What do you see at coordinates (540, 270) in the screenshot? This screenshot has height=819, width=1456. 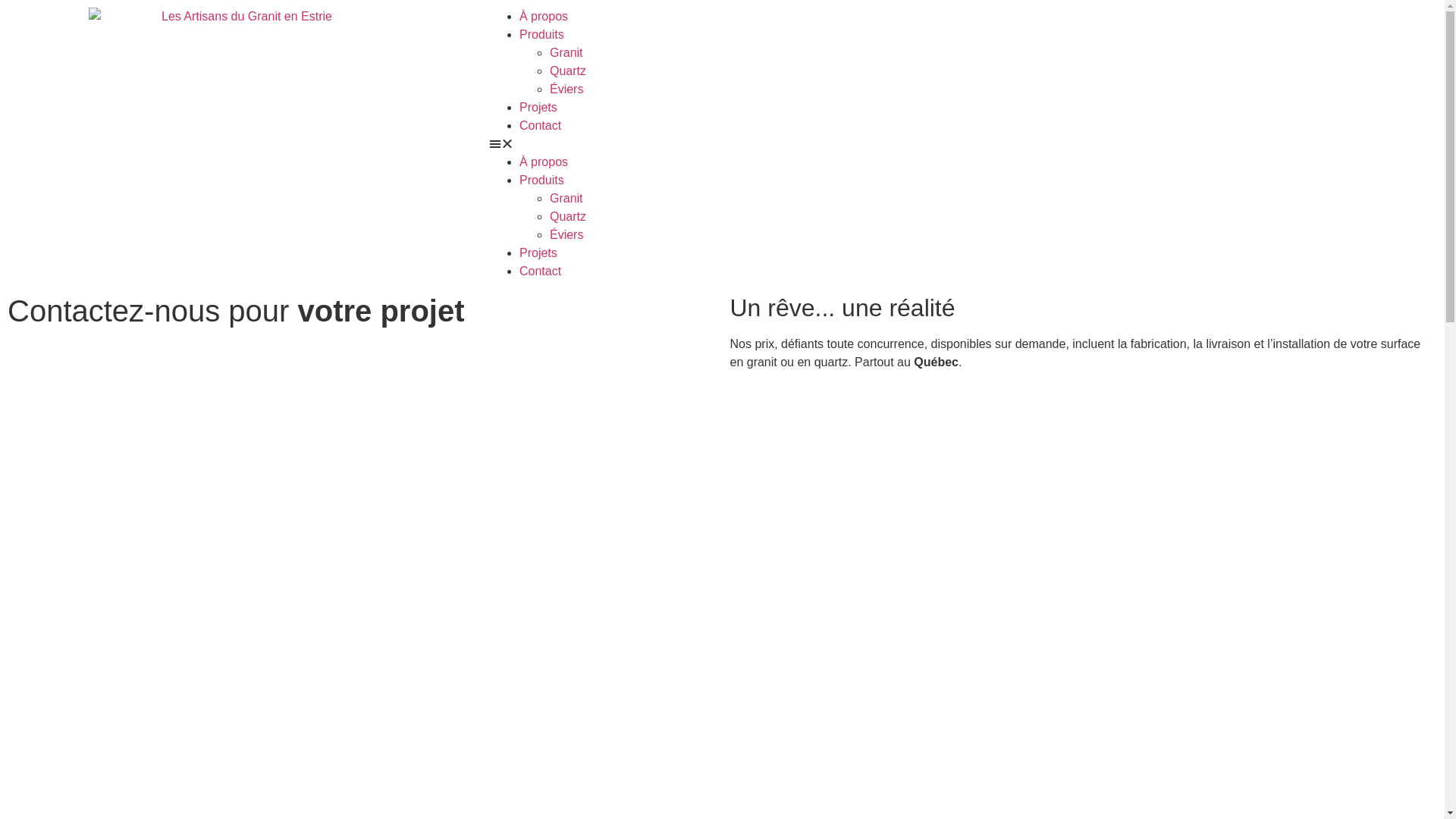 I see `'Contact'` at bounding box center [540, 270].